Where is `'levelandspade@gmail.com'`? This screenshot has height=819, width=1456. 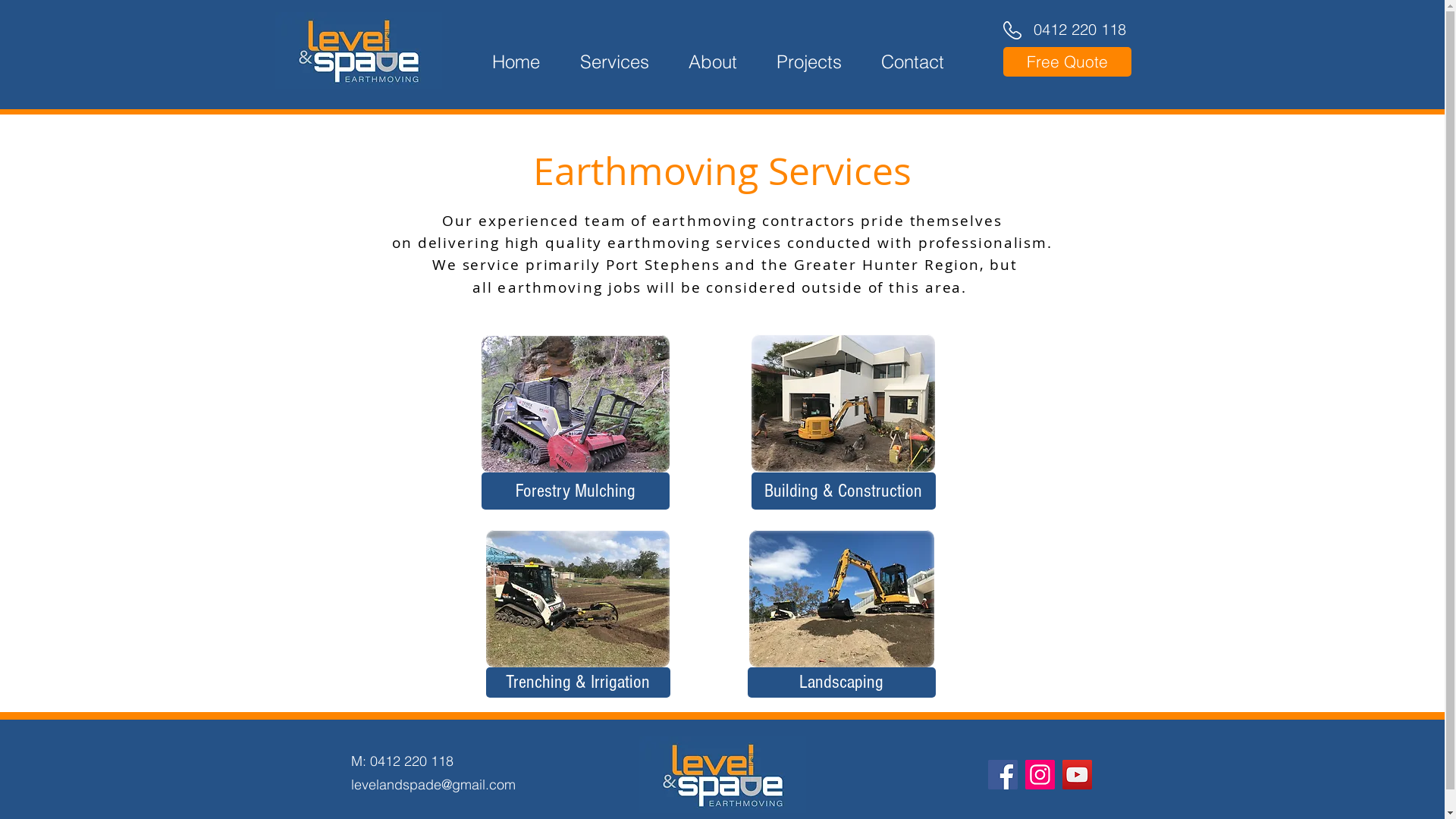
'levelandspade@gmail.com' is located at coordinates (431, 784).